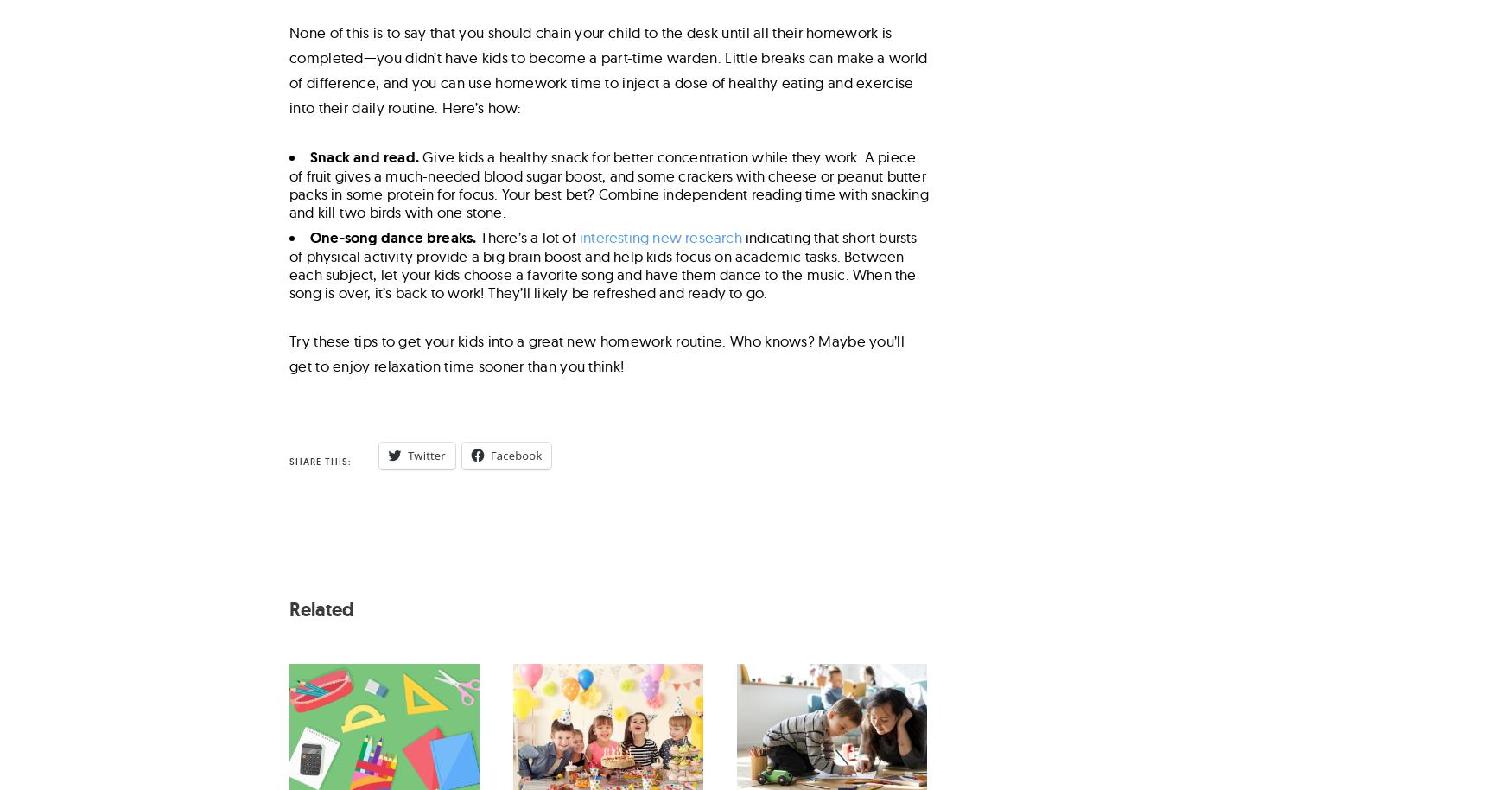  I want to click on 'Try these tips to get your kids into a great new homework routine. Who knows? Maybe you’ll get to enjoy relaxation time sooner than you think!', so click(597, 354).